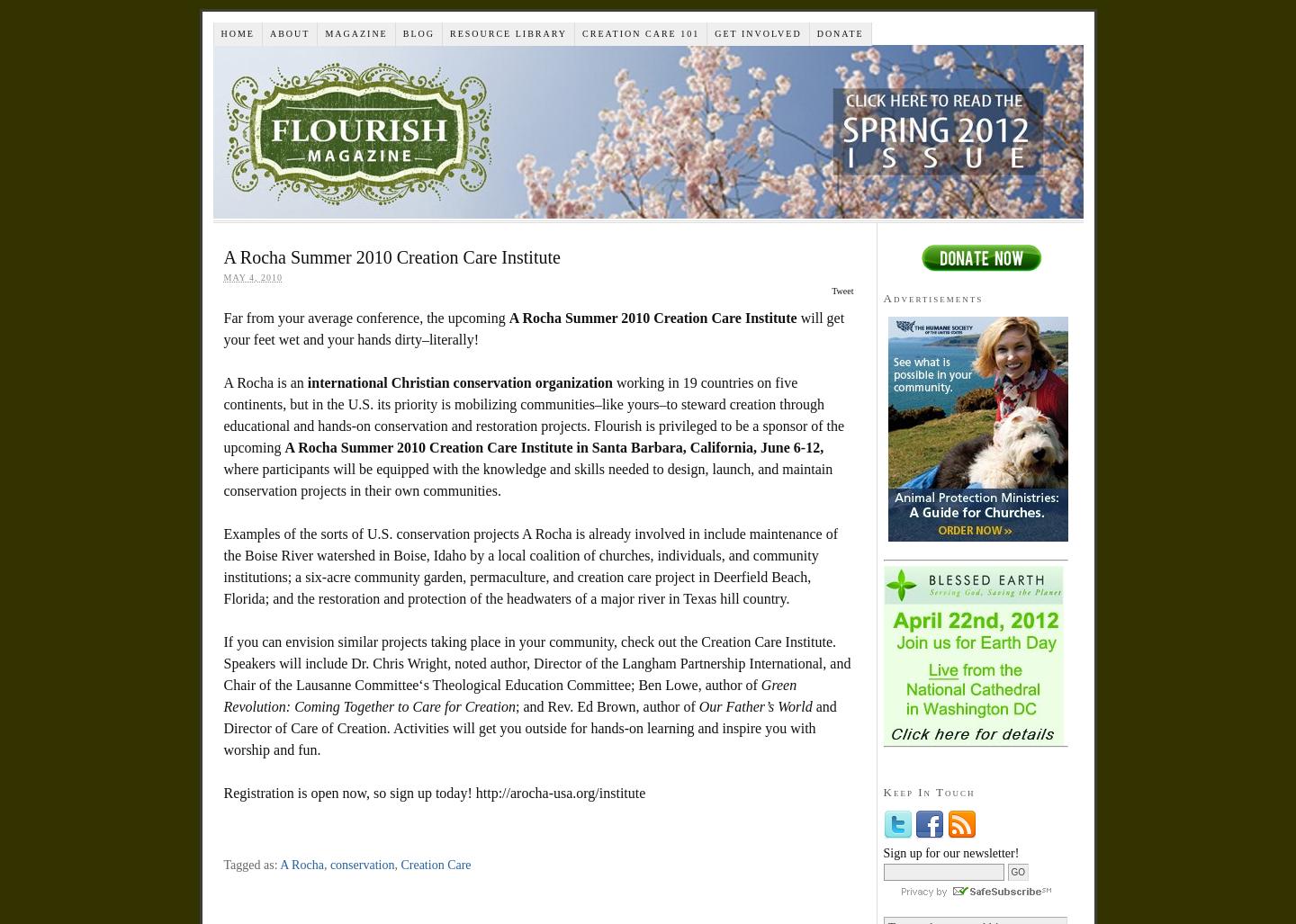  What do you see at coordinates (361, 865) in the screenshot?
I see `'conservation'` at bounding box center [361, 865].